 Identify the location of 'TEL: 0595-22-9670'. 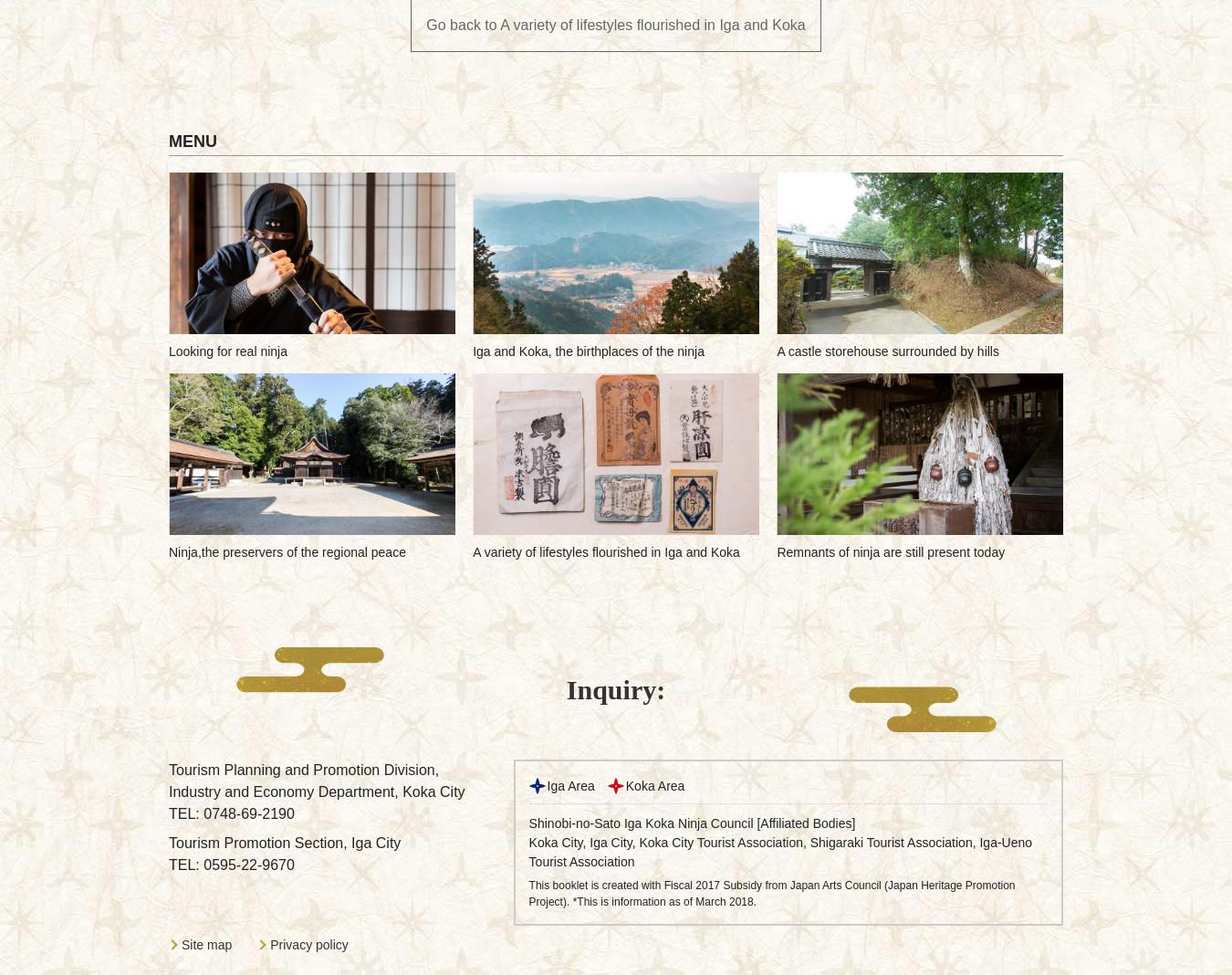
(230, 865).